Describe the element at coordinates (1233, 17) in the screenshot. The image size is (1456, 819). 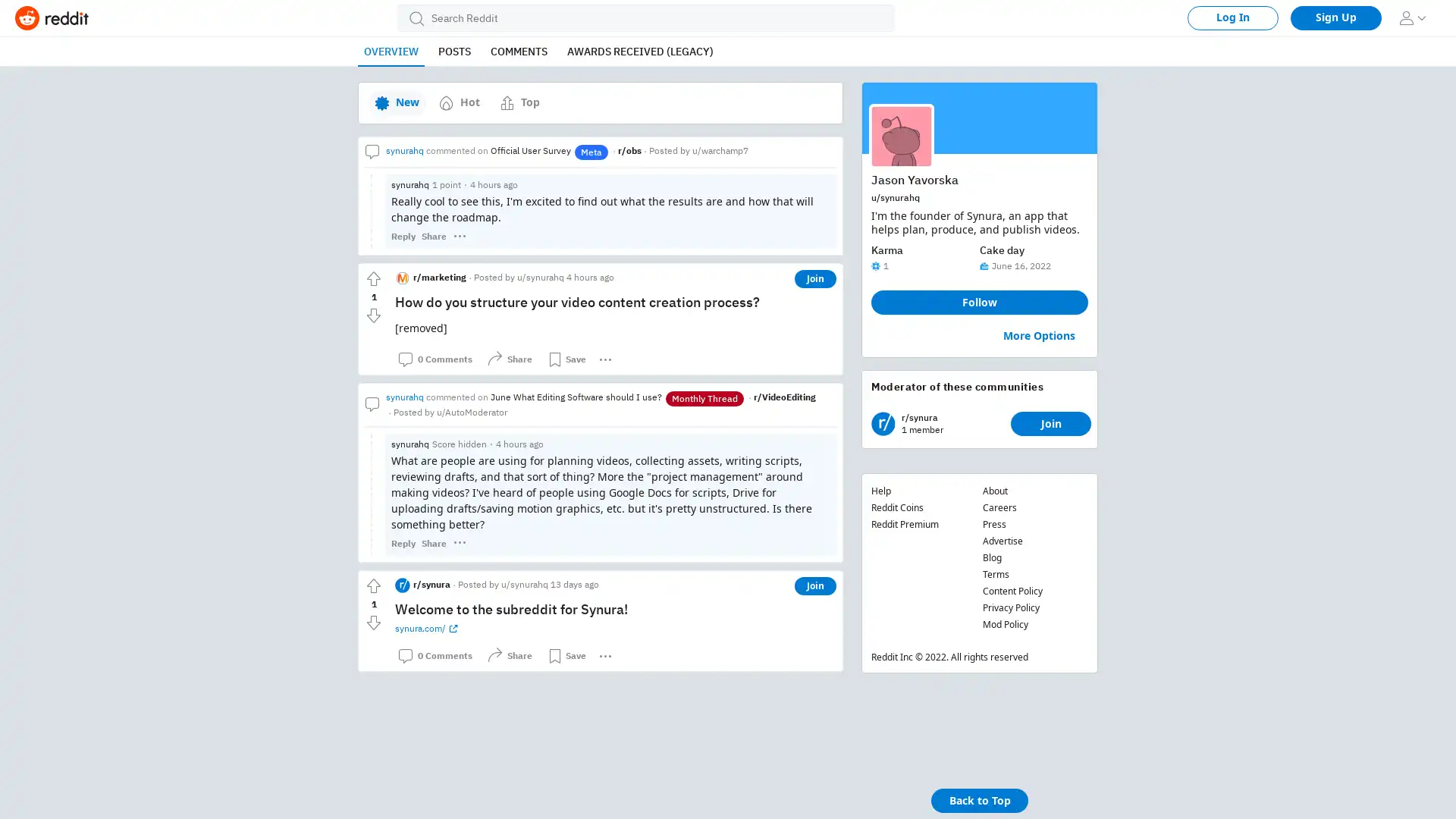
I see `Log In` at that location.